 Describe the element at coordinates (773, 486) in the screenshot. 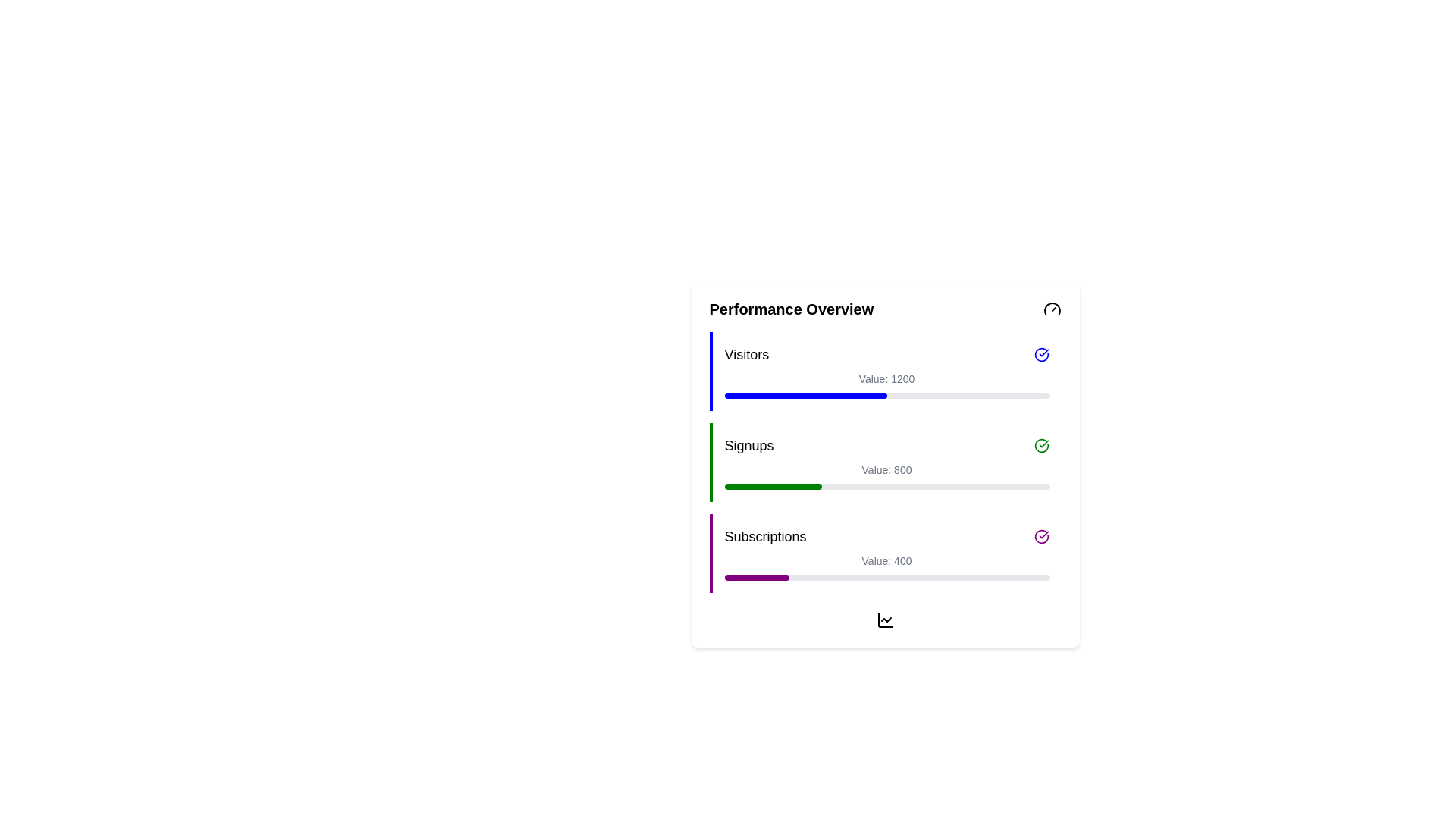

I see `the progress indicator representing 30% completion of the 'Signups' metric within the second progress bar in the performance overview card` at that location.